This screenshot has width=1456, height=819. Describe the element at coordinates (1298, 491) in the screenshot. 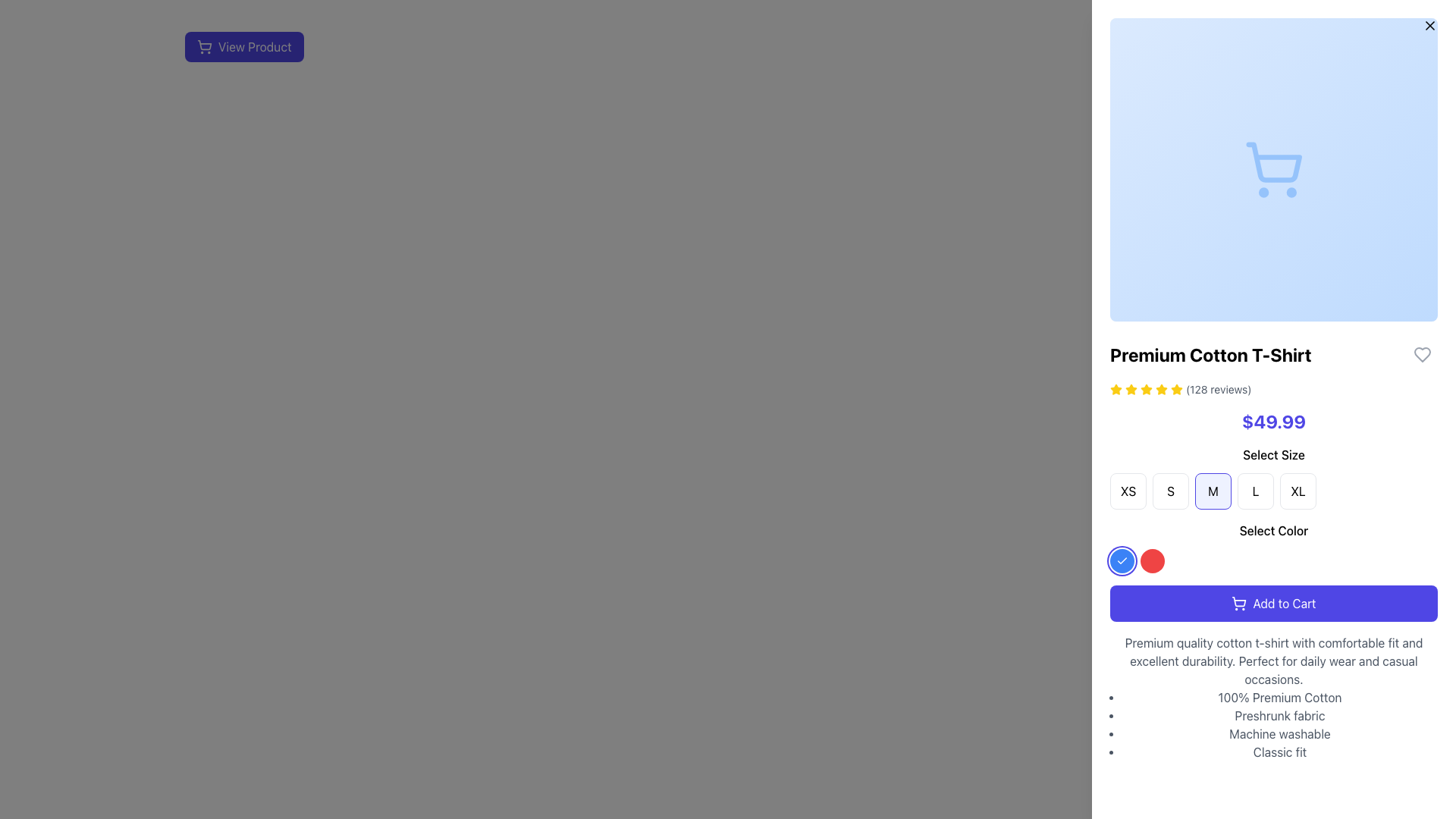

I see `the 'XL' size button` at that location.